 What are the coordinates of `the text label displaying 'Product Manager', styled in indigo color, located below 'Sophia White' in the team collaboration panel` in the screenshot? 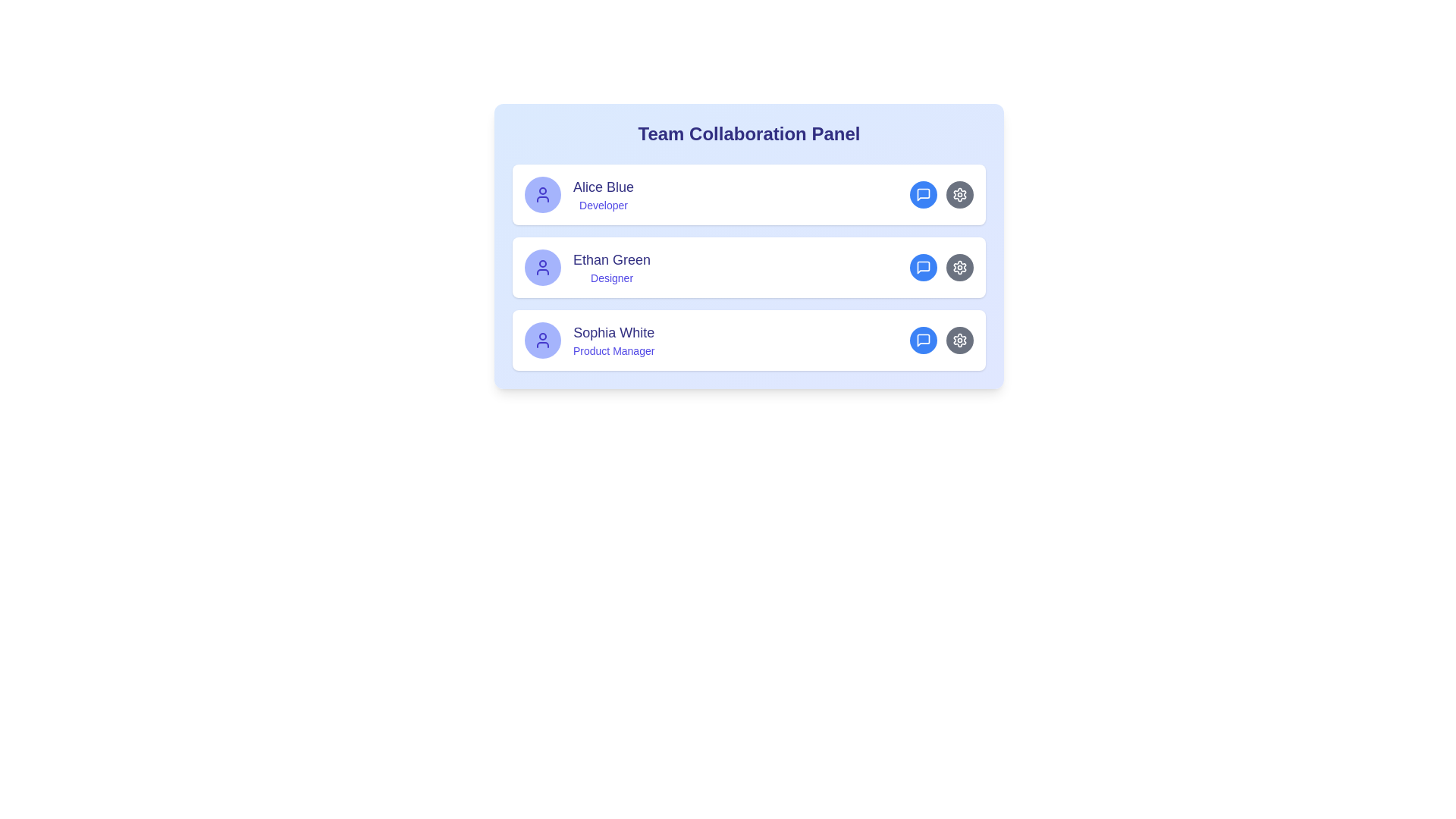 It's located at (613, 350).